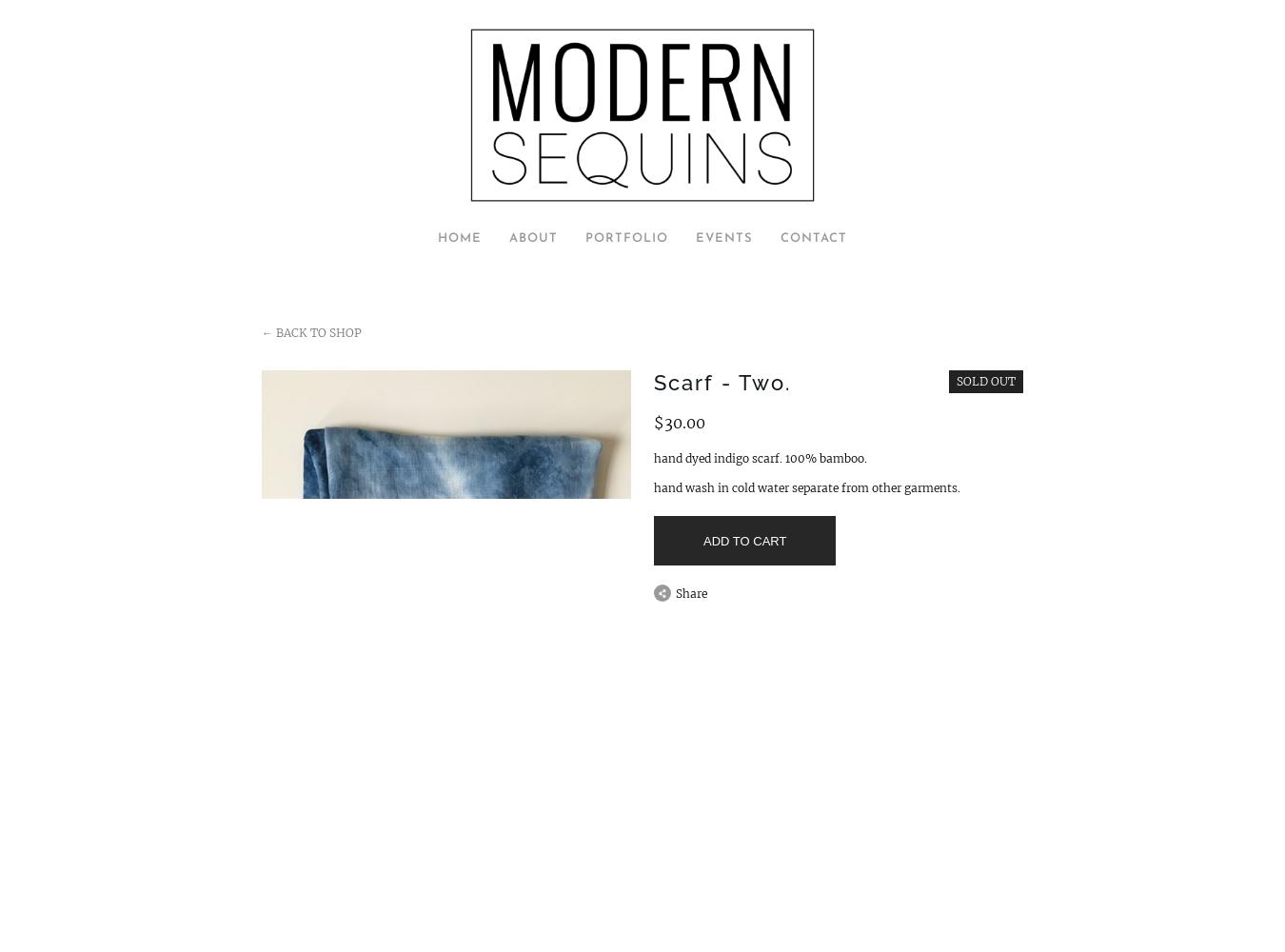  I want to click on 'Back to Shop', so click(316, 331).